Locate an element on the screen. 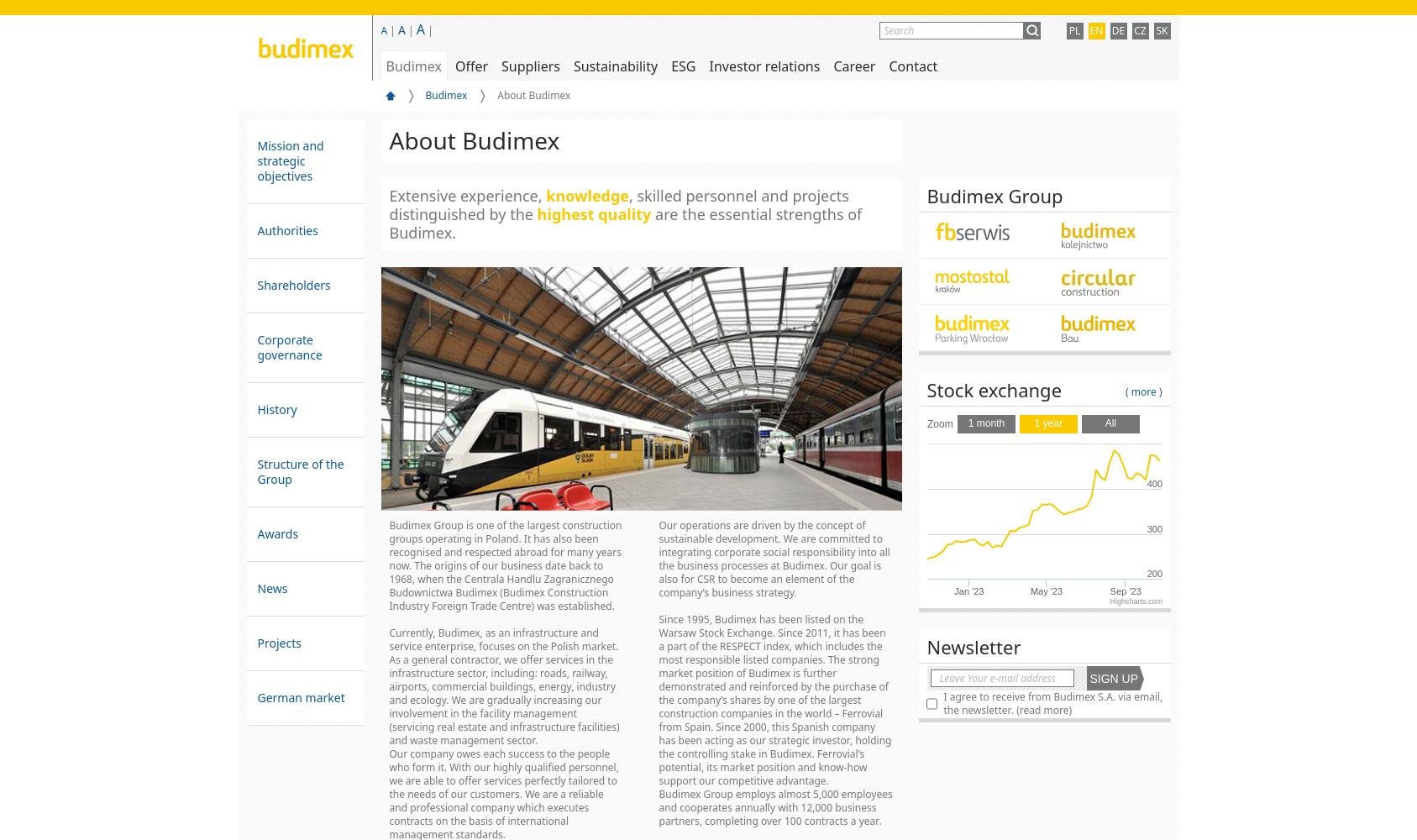 The height and width of the screenshot is (840, 1417). 'Authorities' is located at coordinates (286, 230).